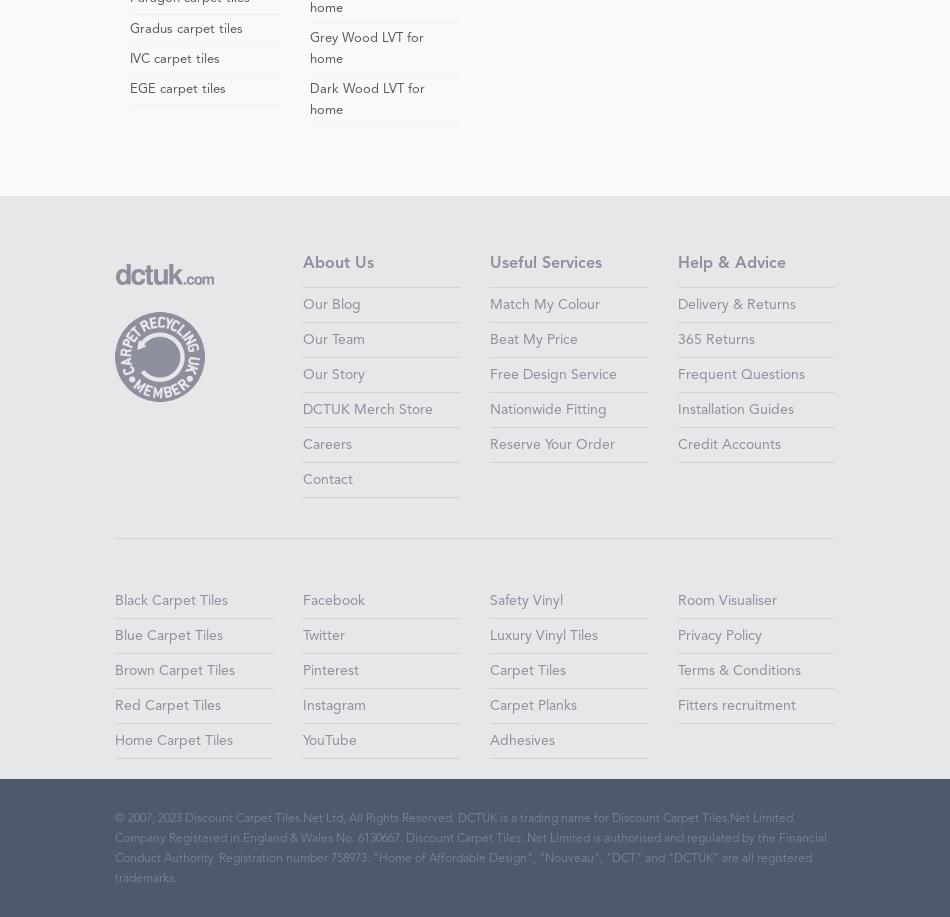 Image resolution: width=950 pixels, height=917 pixels. What do you see at coordinates (734, 304) in the screenshot?
I see `'Delivery & Returns'` at bounding box center [734, 304].